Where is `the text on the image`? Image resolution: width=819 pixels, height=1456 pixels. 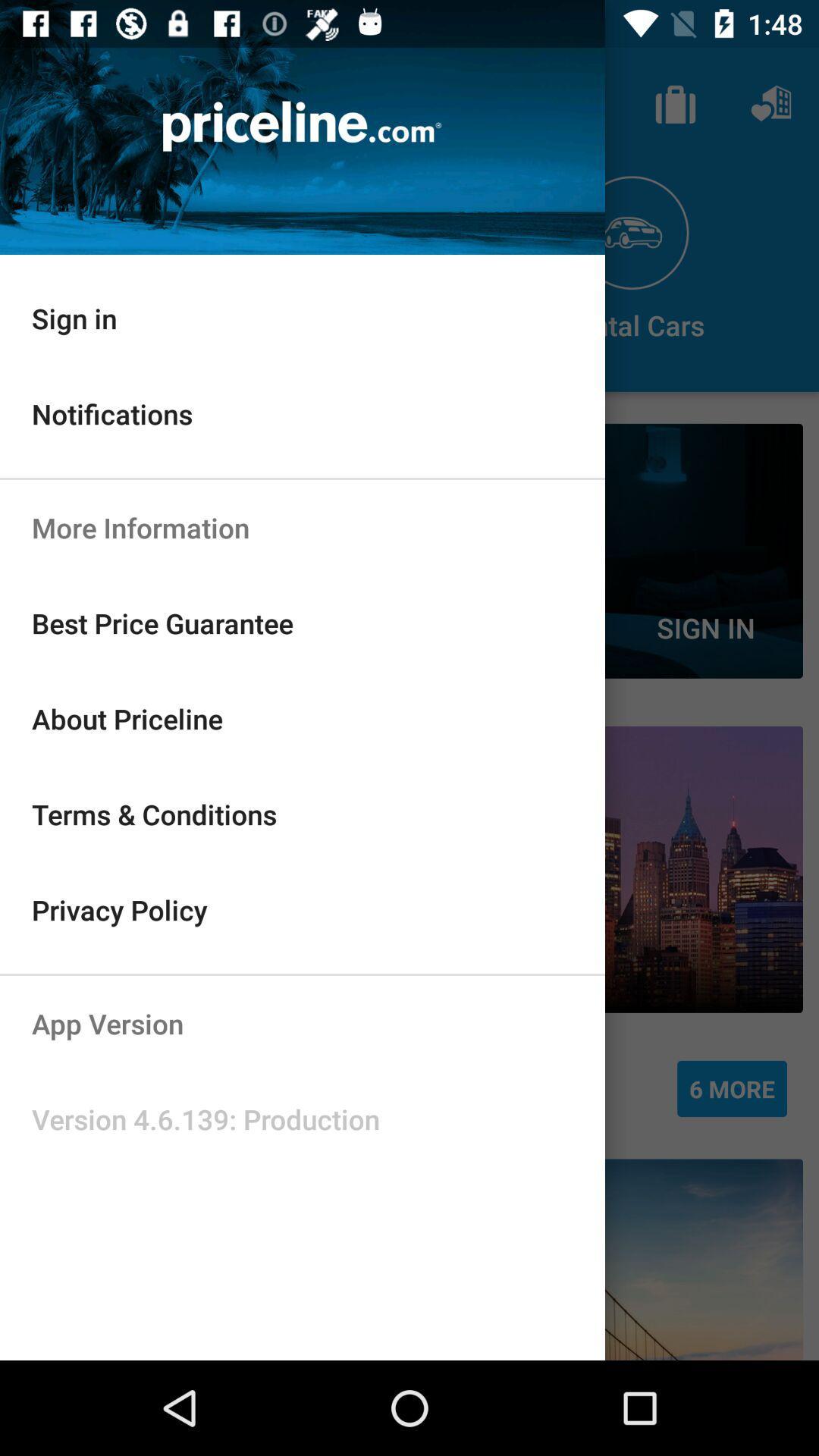 the text on the image is located at coordinates (302, 127).